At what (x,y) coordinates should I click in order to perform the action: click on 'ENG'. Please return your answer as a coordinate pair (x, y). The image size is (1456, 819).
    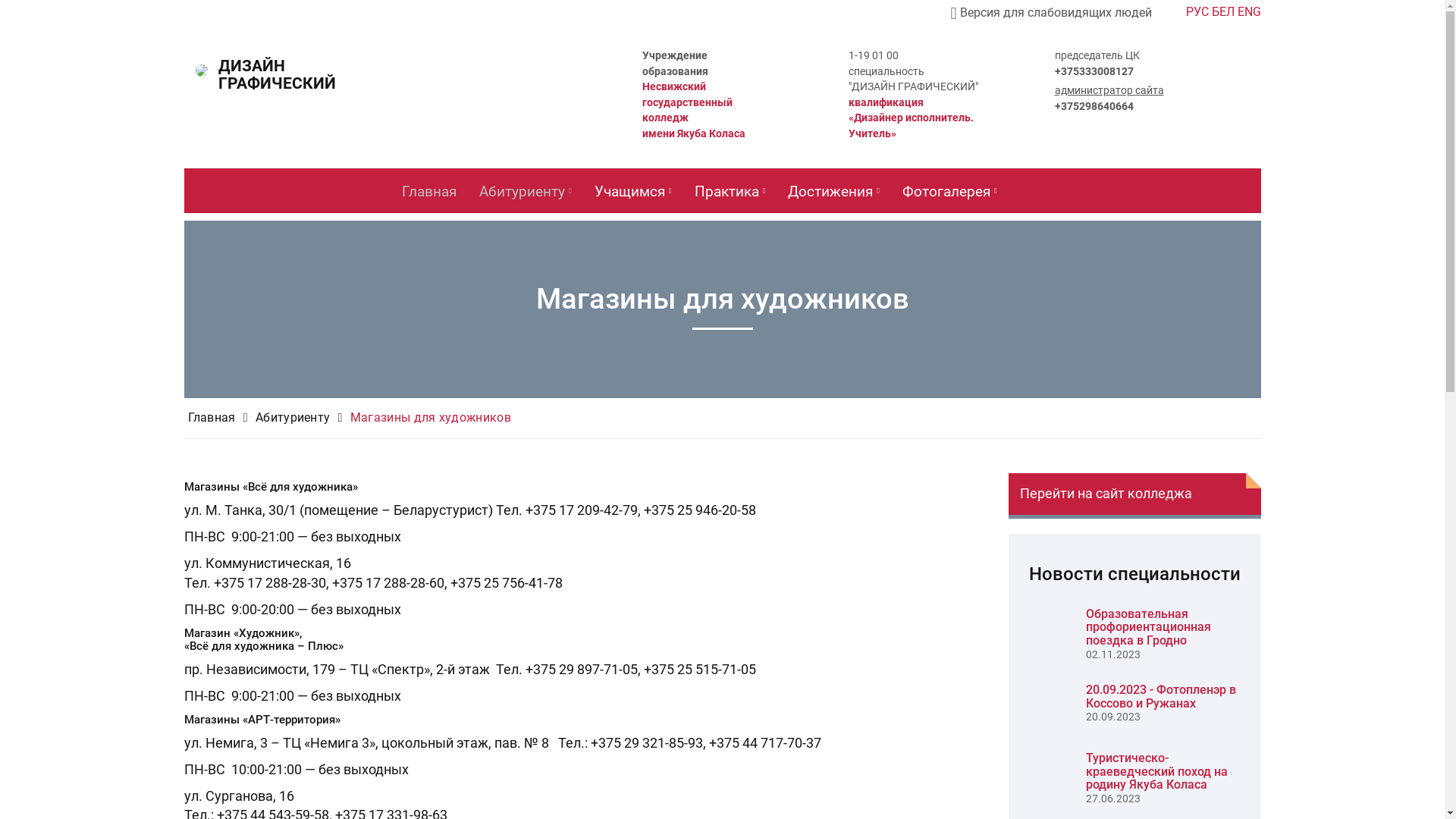
    Looking at the image, I should click on (1249, 11).